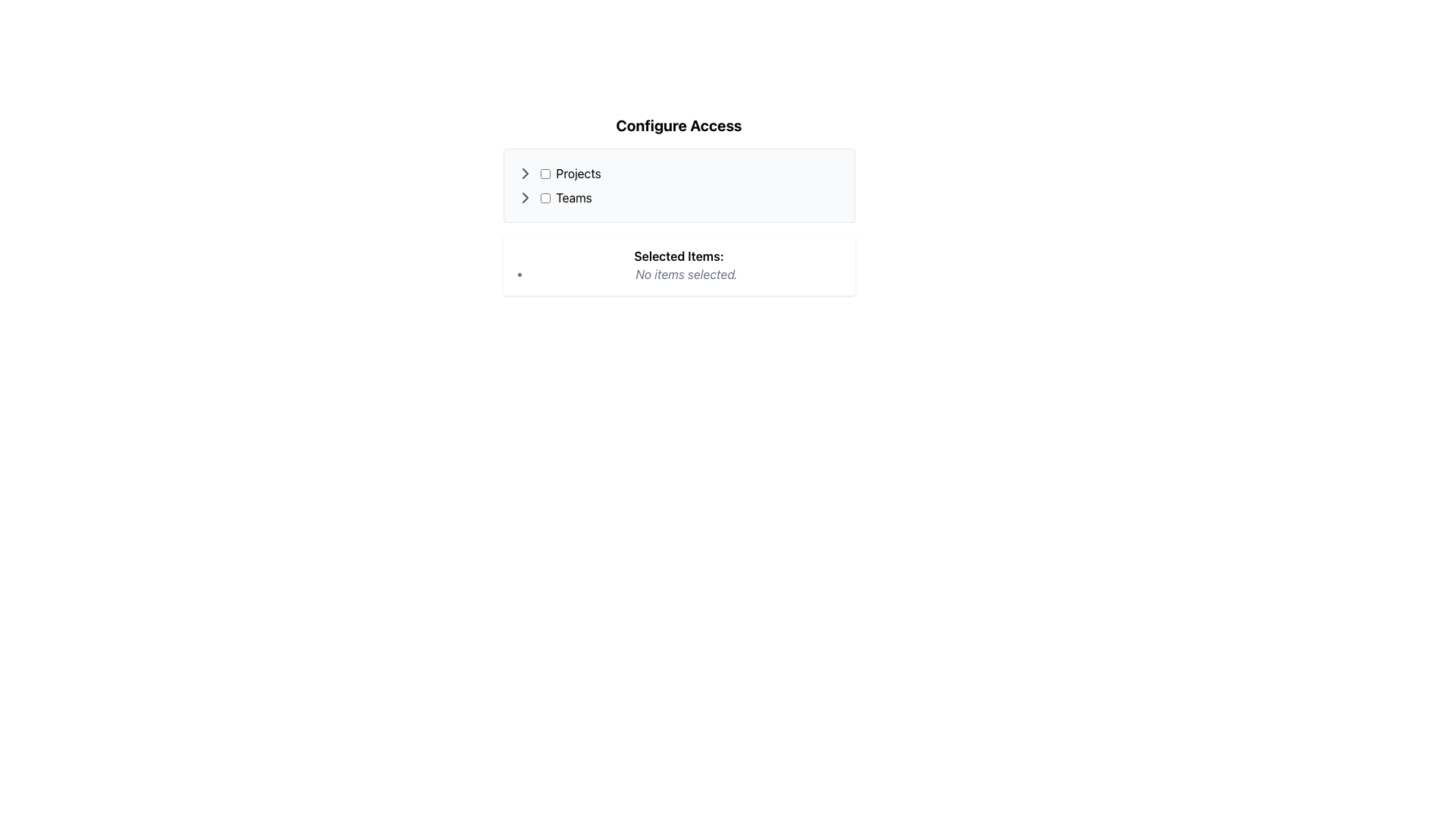 The height and width of the screenshot is (819, 1456). Describe the element at coordinates (525, 172) in the screenshot. I see `the toggle button located in the top-left corner of the 'Configure Access' section to get visual feedback` at that location.